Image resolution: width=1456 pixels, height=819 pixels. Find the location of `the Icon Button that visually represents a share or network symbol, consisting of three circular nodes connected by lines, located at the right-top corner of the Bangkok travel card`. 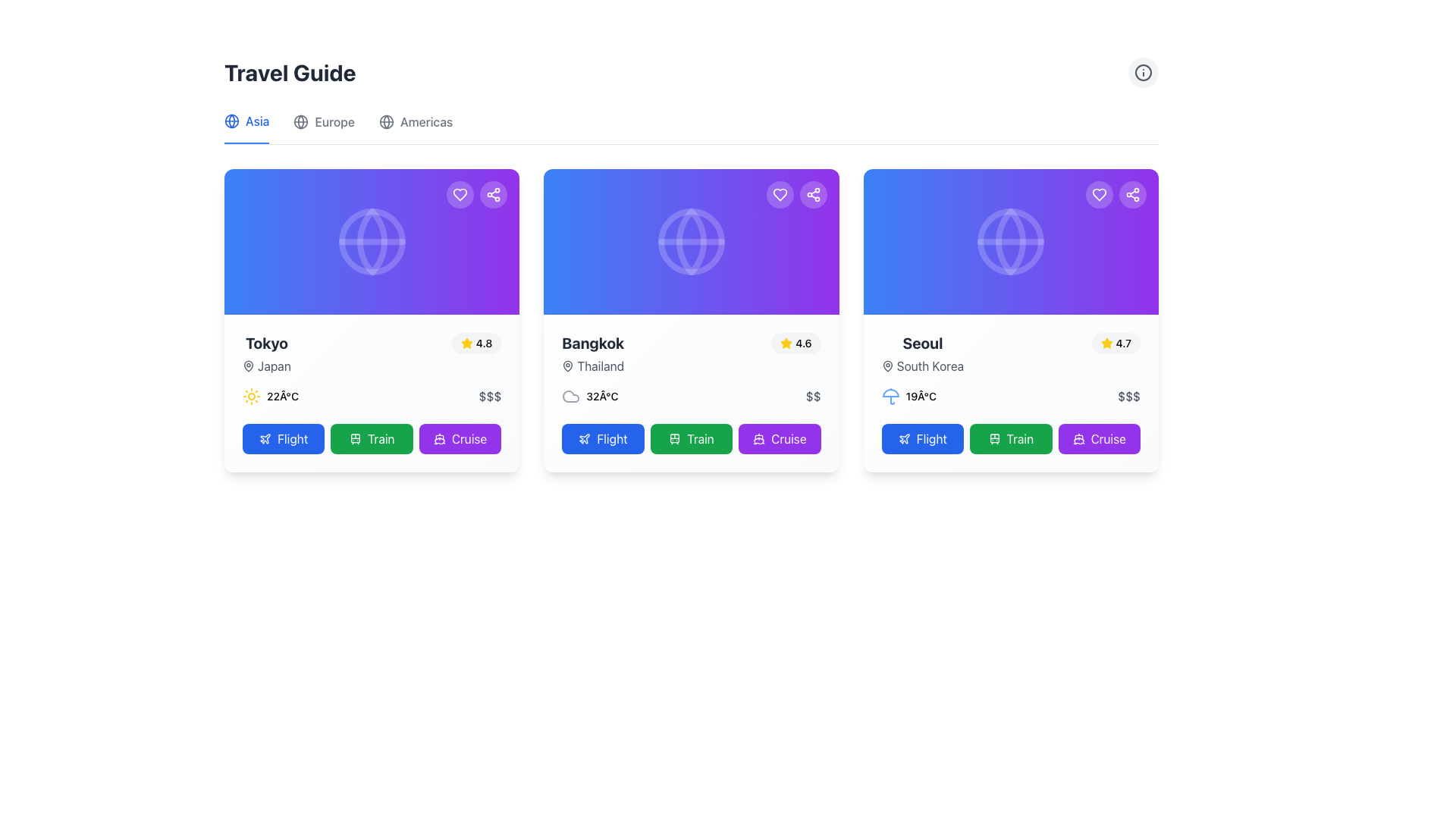

the Icon Button that visually represents a share or network symbol, consisting of three circular nodes connected by lines, located at the right-top corner of the Bangkok travel card is located at coordinates (494, 194).